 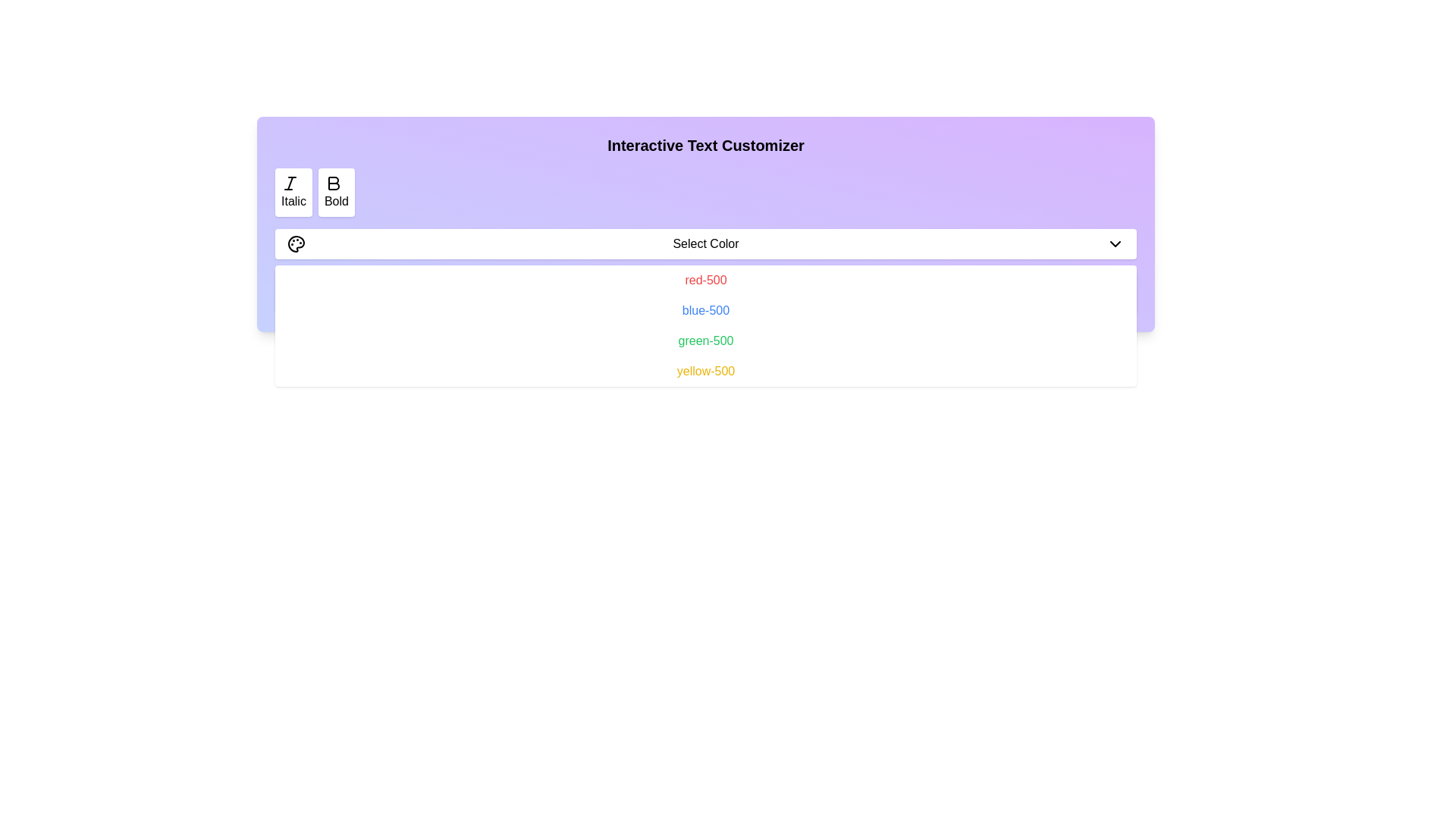 What do you see at coordinates (705, 371) in the screenshot?
I see `the yellow color option in the dropdown menu` at bounding box center [705, 371].